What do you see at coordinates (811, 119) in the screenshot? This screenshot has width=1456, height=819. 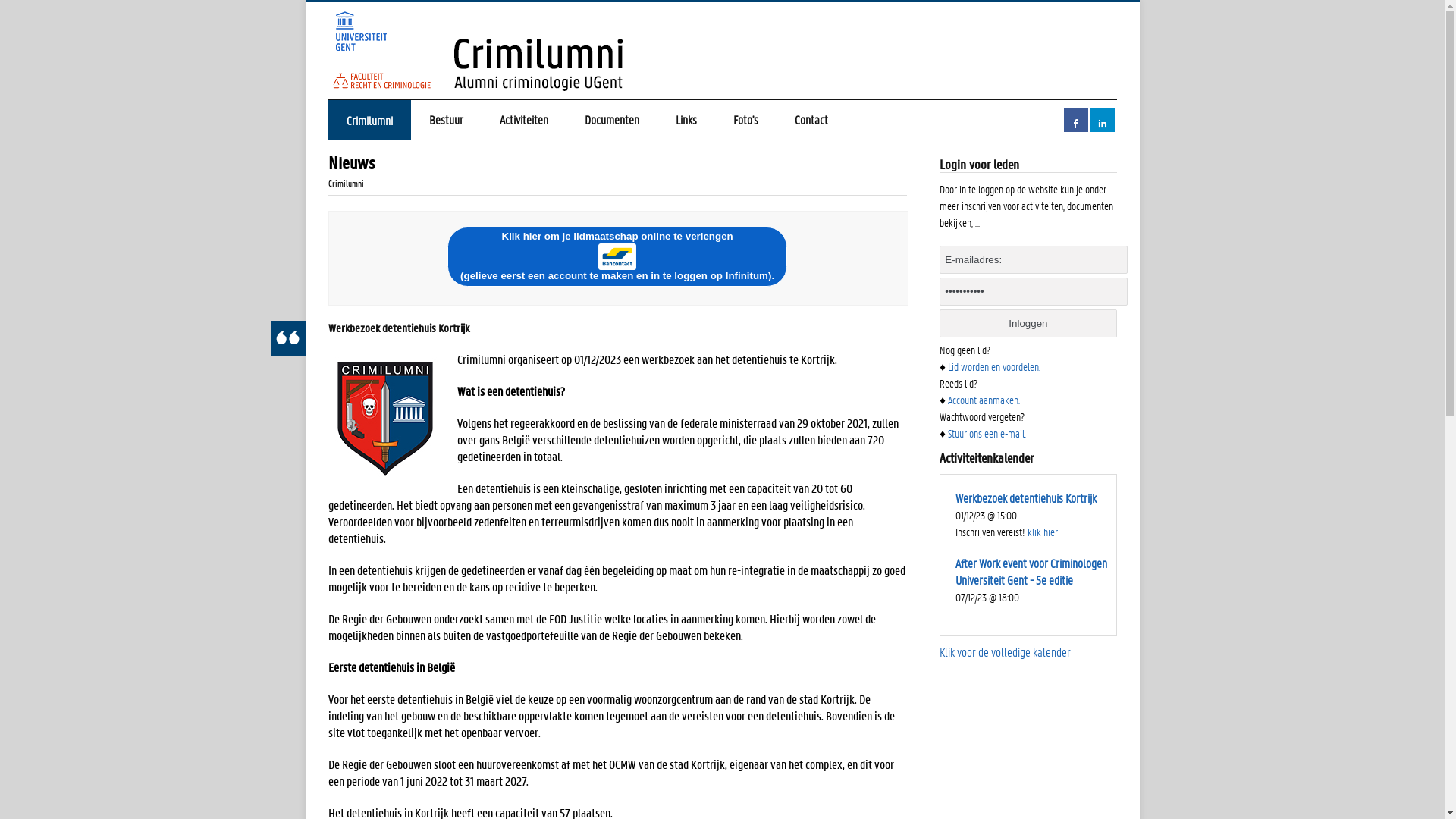 I see `'Contact'` at bounding box center [811, 119].